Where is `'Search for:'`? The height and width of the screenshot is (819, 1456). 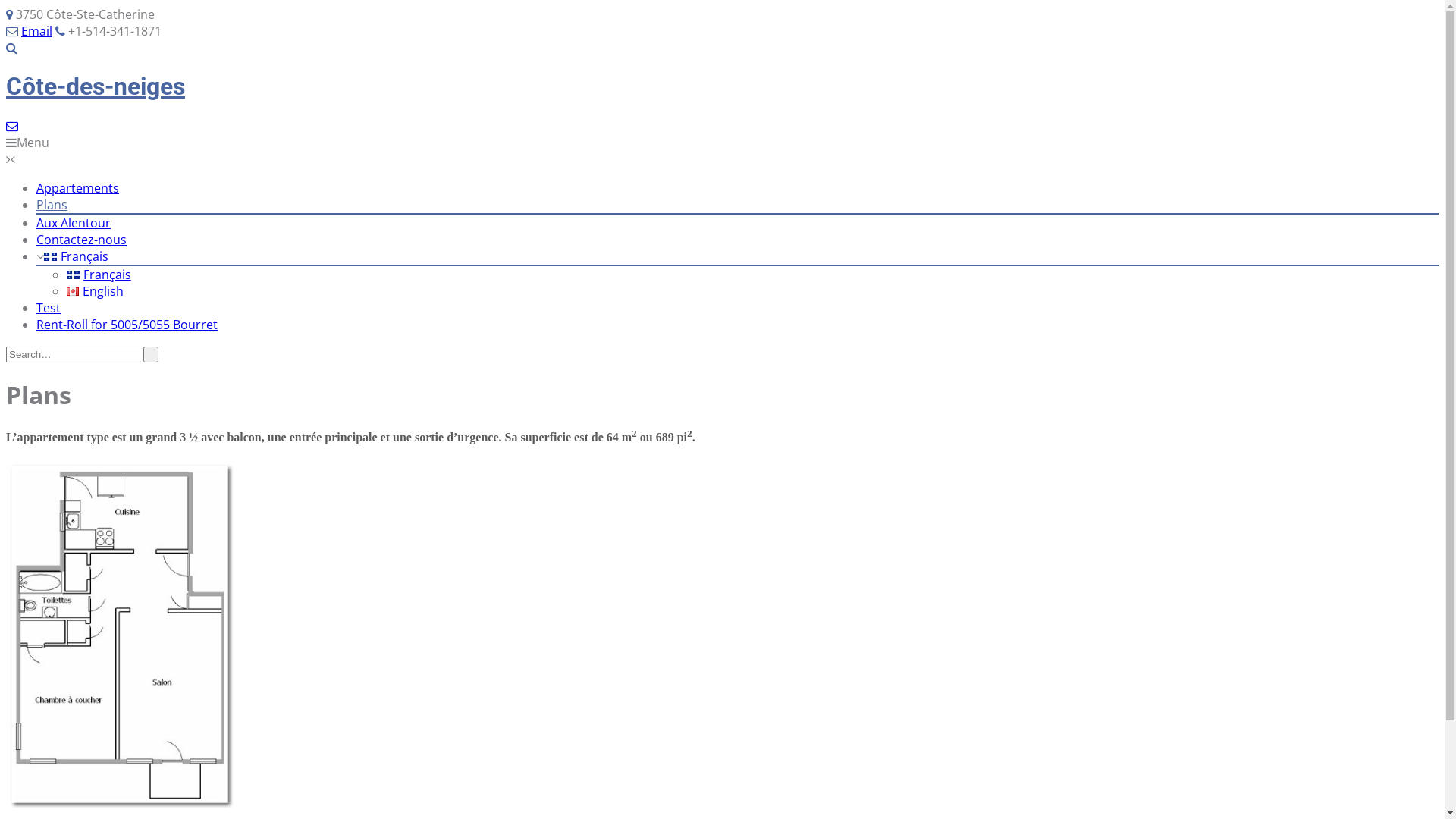
'Search for:' is located at coordinates (72, 354).